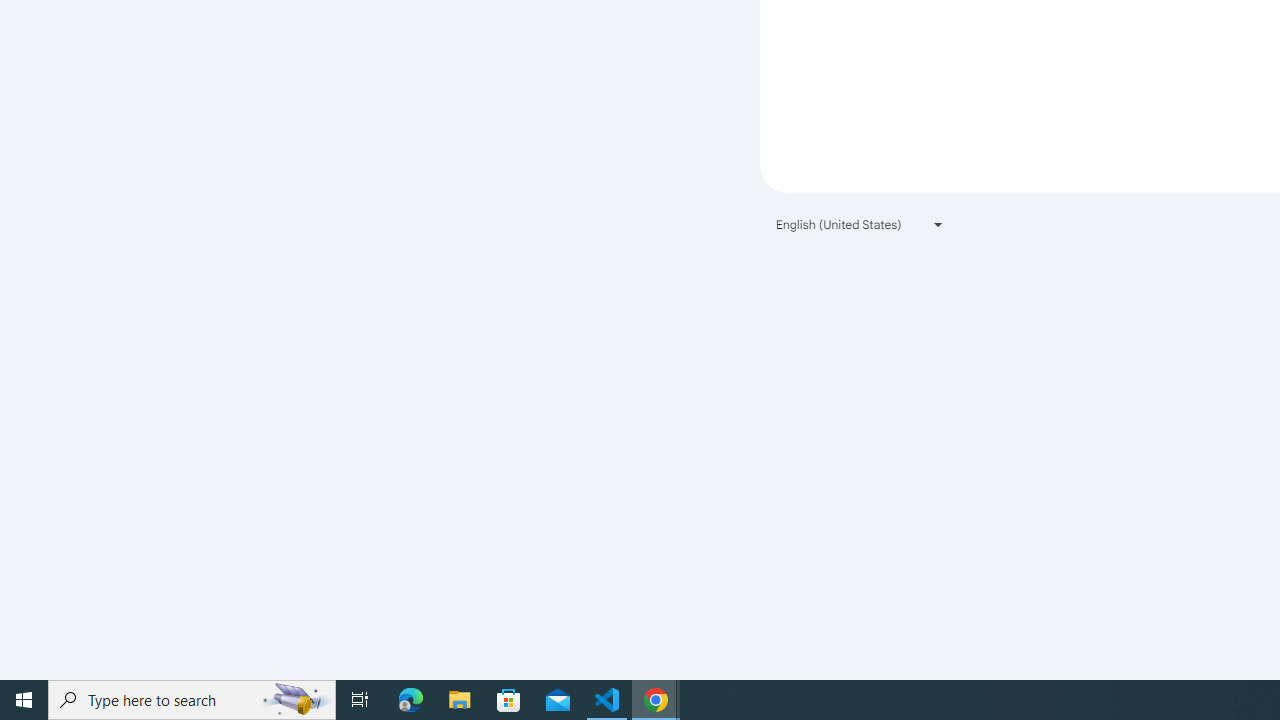 The width and height of the screenshot is (1280, 720). What do you see at coordinates (860, 224) in the screenshot?
I see `'English (United States)'` at bounding box center [860, 224].